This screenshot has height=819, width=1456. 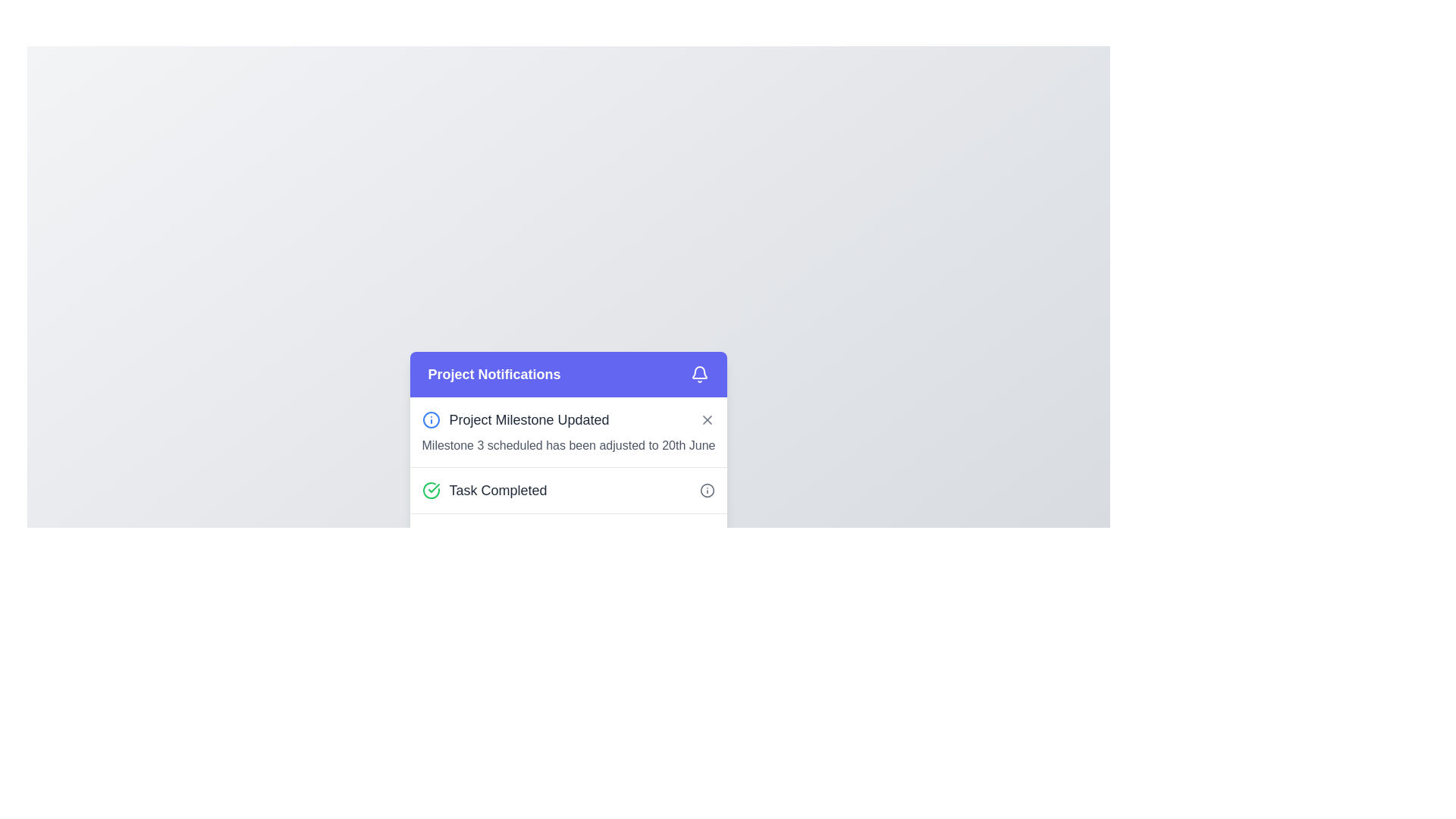 What do you see at coordinates (430, 420) in the screenshot?
I see `the outermost blue outlined circle of the info icon located to the right of the 'Task Completed' text in the notification card` at bounding box center [430, 420].